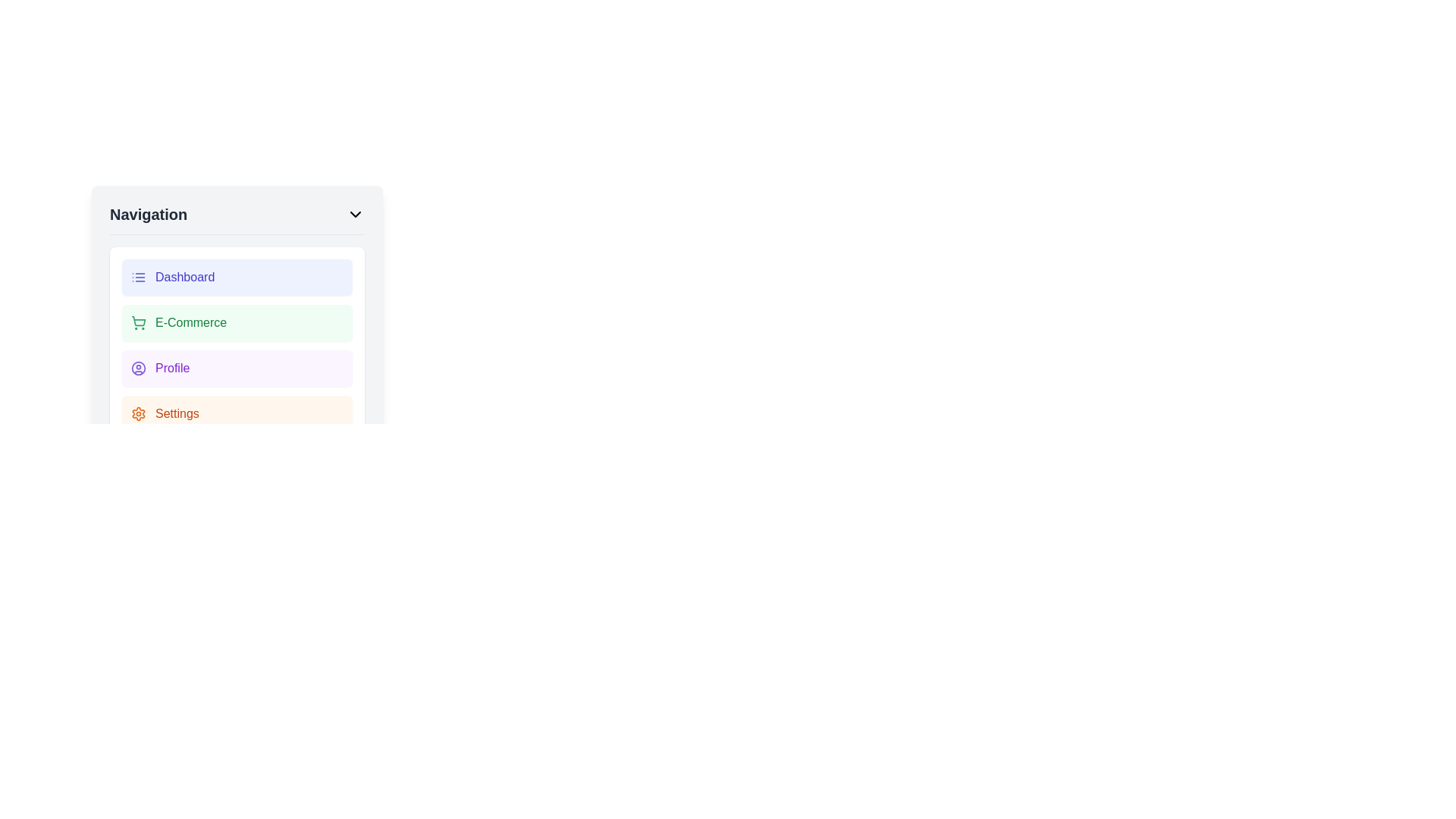  I want to click on the section labeled 'Dashboard', so click(184, 278).